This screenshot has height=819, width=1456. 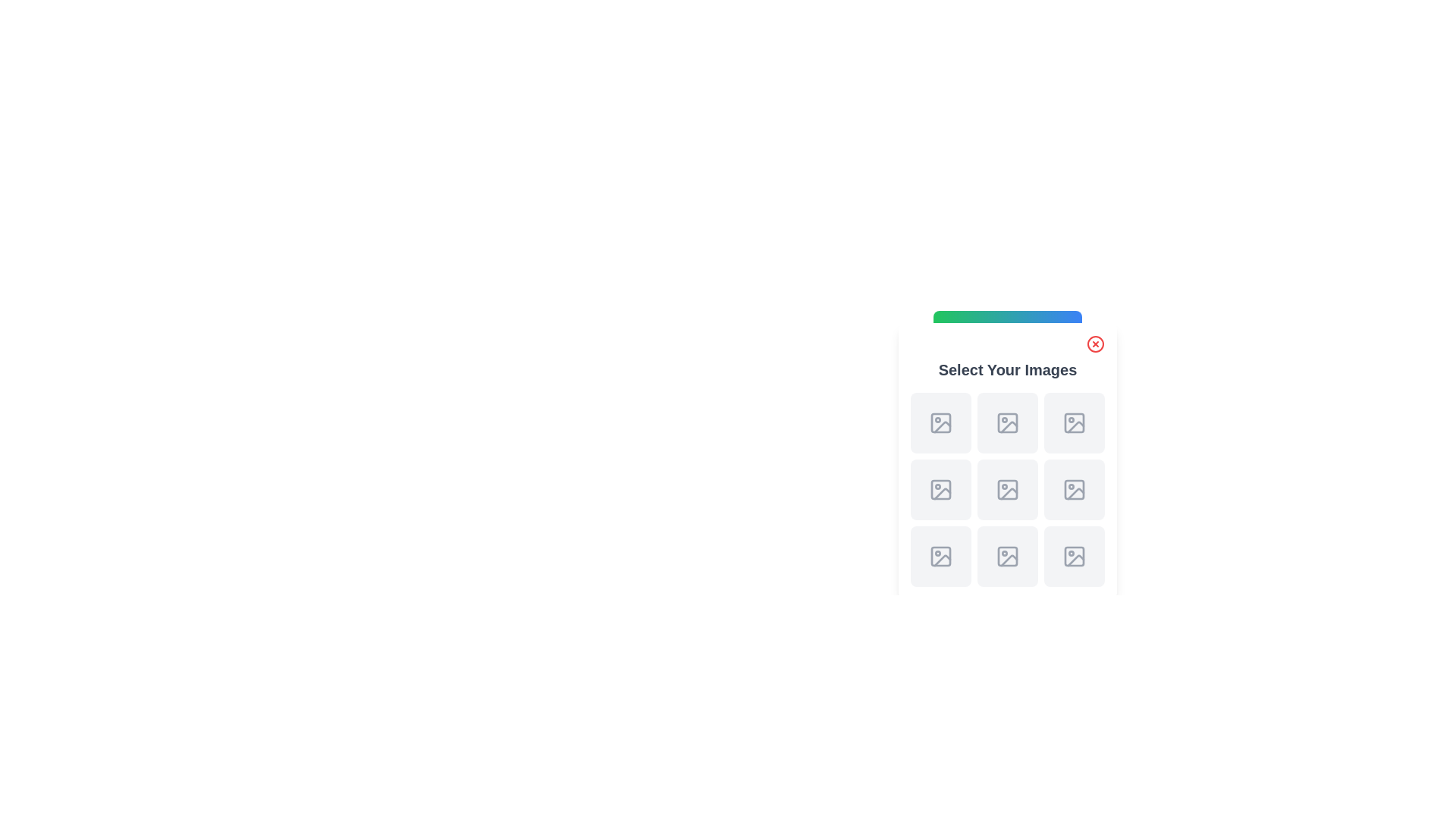 I want to click on the inactive small rectangle with rounded corners located in the fourth row and second column of the grid layout, which is part of an icon-like graphic, so click(x=940, y=489).